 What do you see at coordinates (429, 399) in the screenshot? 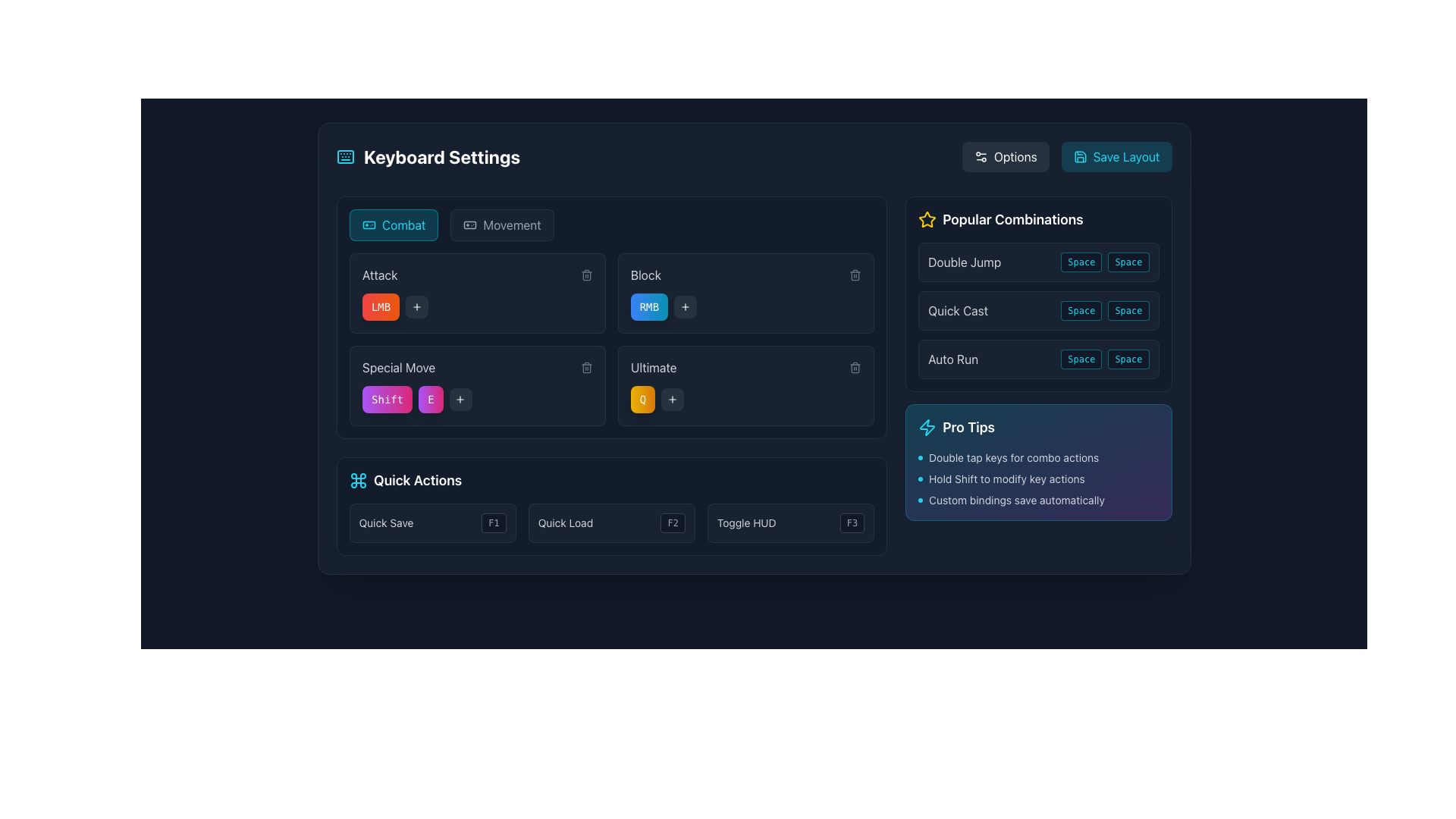
I see `the stylized, non-interactive button located in the second row of the 'Keyboard Settings' section under the 'Special Move' label, positioned next to the 'Shift' button and before a gray circular button with a '+' icon` at bounding box center [429, 399].